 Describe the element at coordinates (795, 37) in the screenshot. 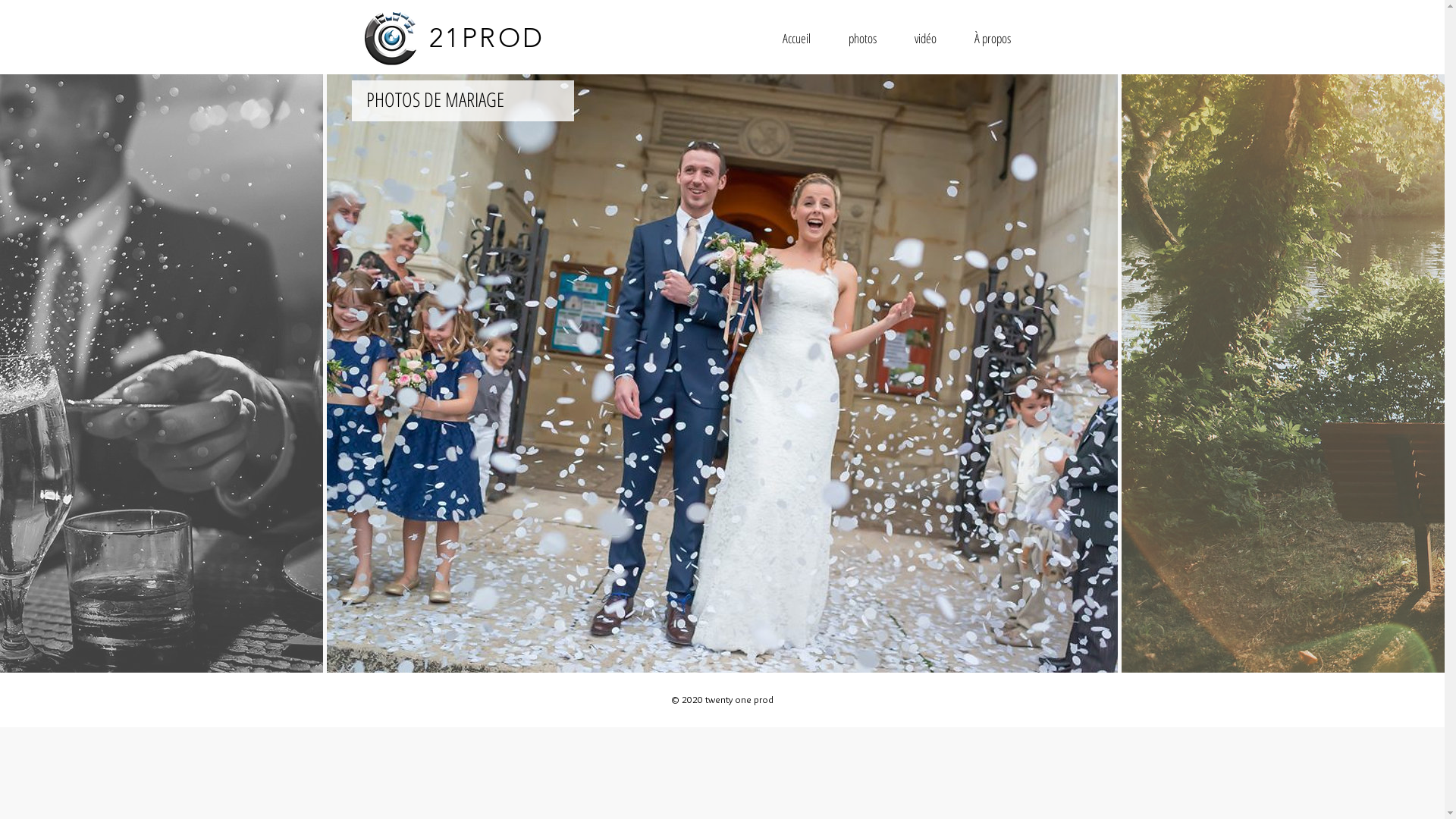

I see `'Accueil'` at that location.